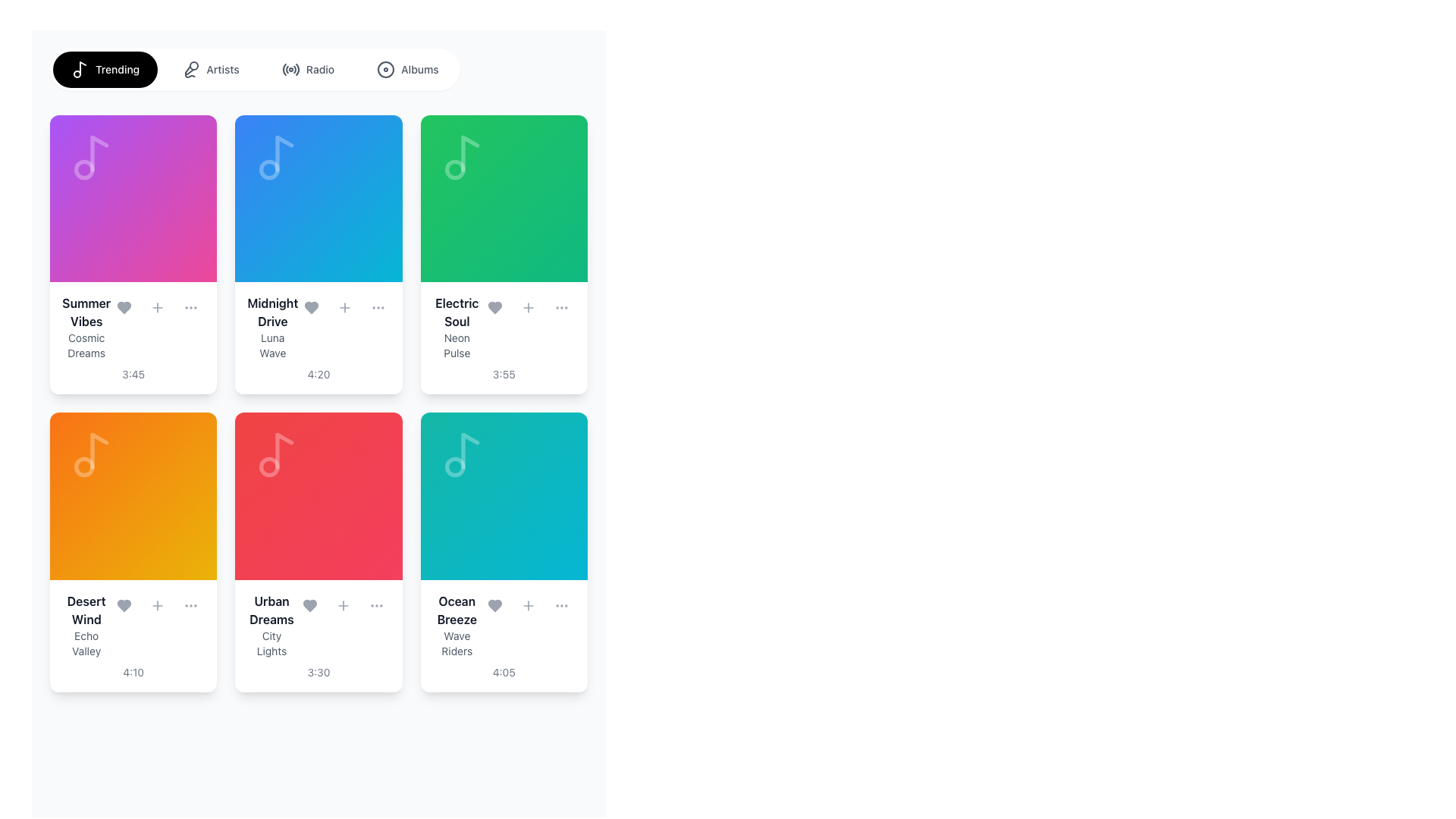  I want to click on the heart-shaped icon representing the 'like' or 'favorite' action located below the song title 'Ocean Breeze' by 'Wave Riders', so click(494, 604).